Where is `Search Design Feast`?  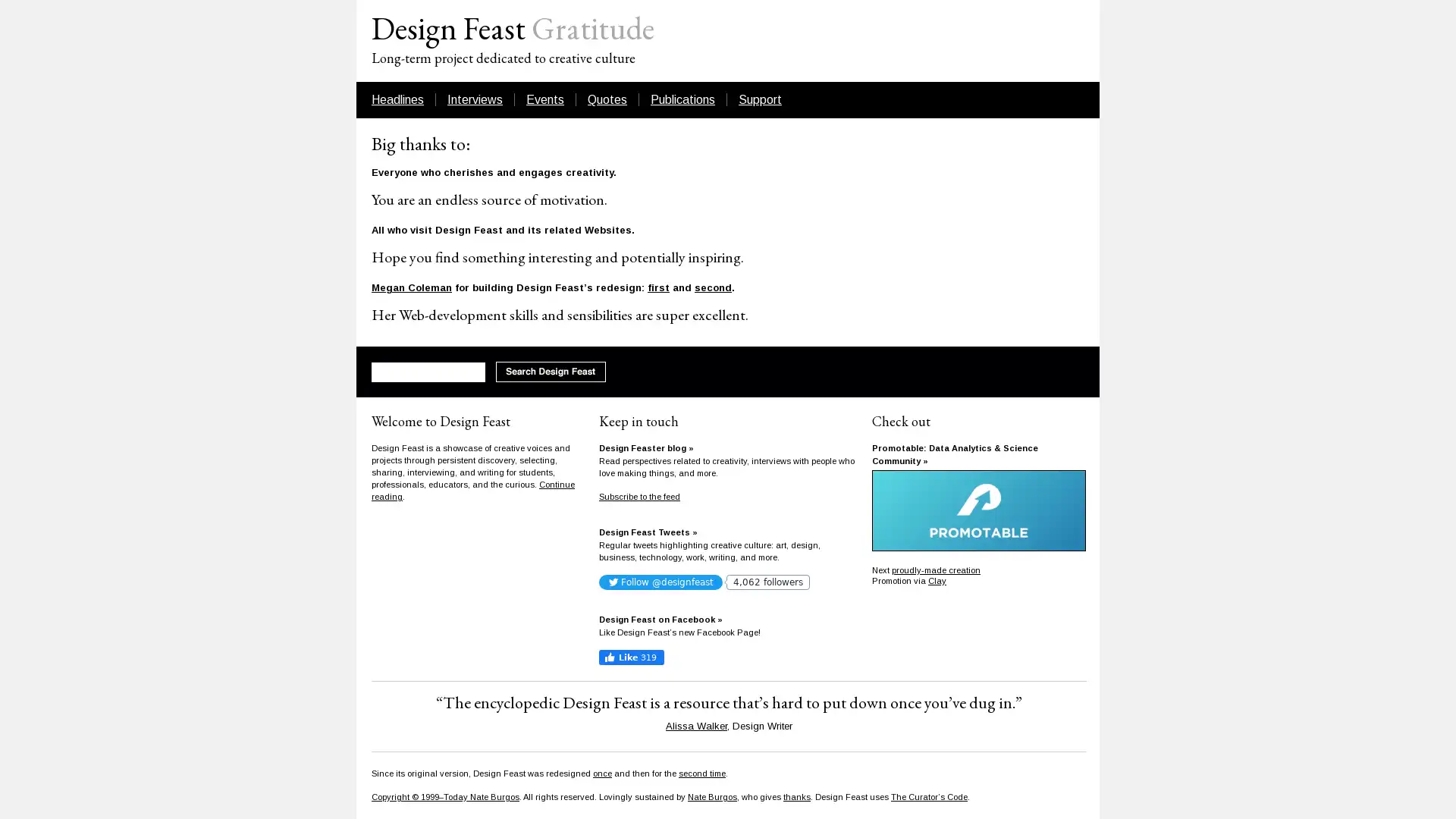
Search Design Feast is located at coordinates (550, 372).